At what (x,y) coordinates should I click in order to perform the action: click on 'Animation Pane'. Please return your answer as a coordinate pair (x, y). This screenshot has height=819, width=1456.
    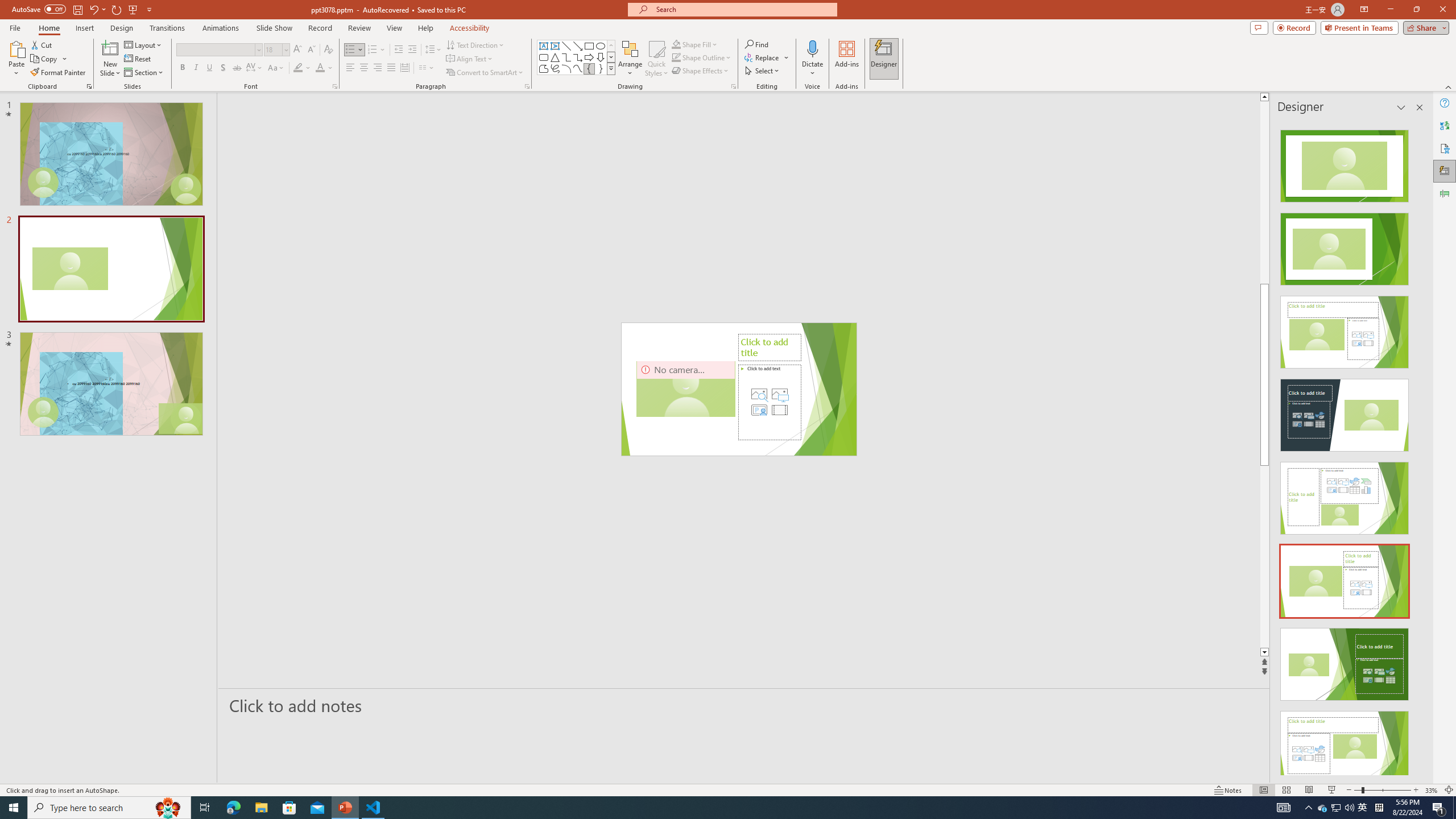
    Looking at the image, I should click on (1444, 193).